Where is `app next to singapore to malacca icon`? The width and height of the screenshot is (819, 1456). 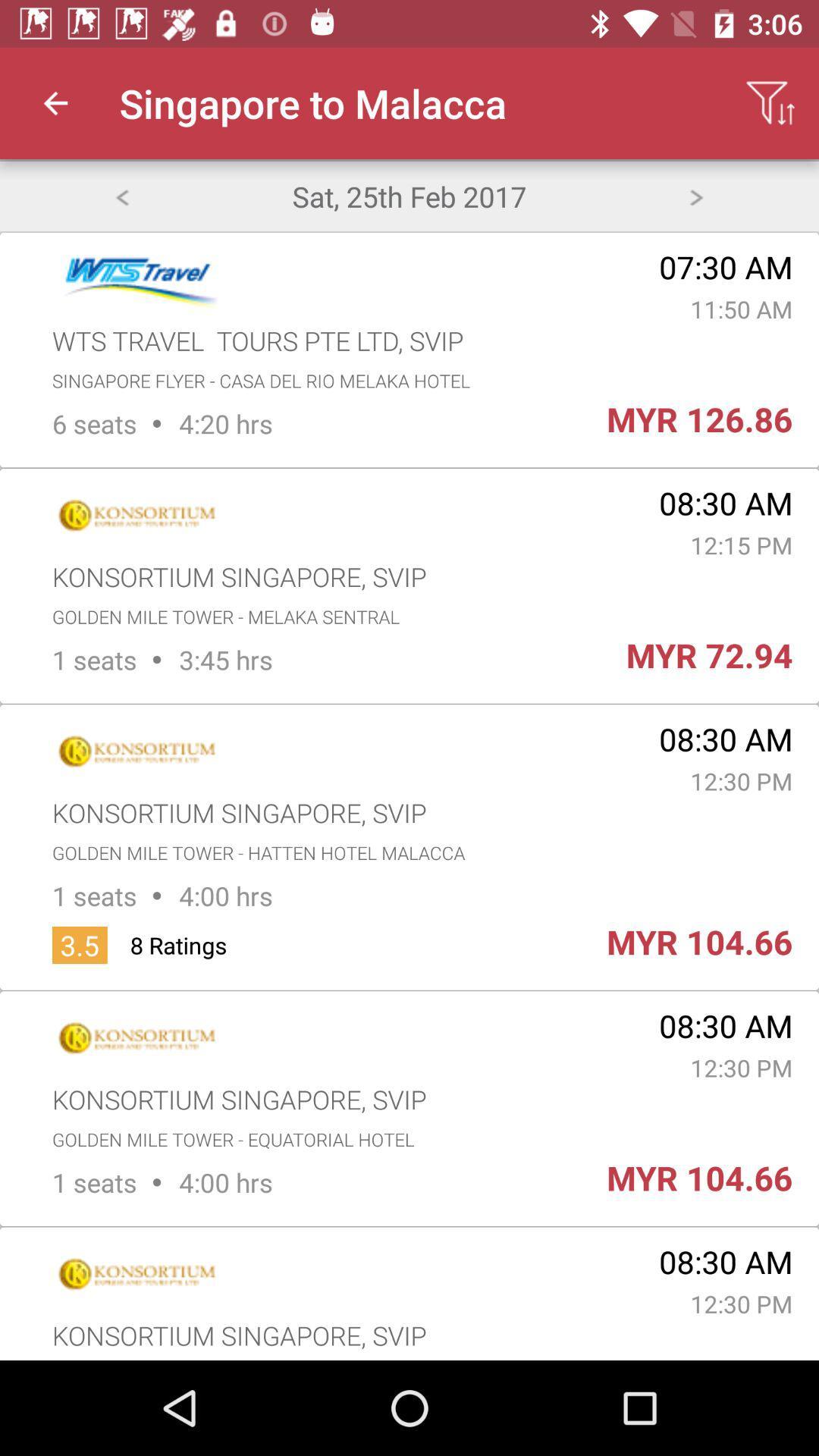
app next to singapore to malacca icon is located at coordinates (770, 102).